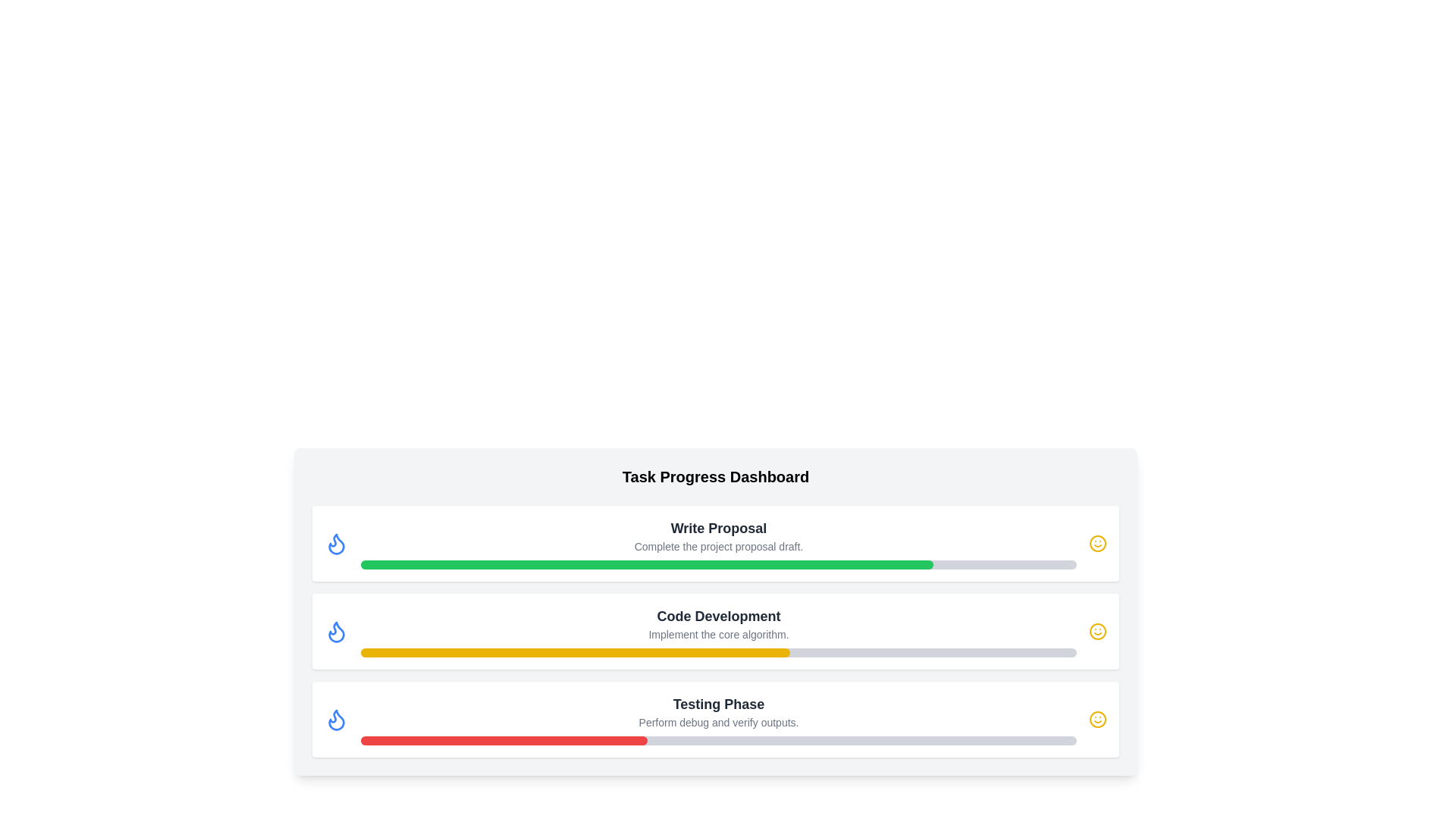 The width and height of the screenshot is (1456, 819). Describe the element at coordinates (718, 564) in the screenshot. I see `the horizontal progress bar located at the bottom of the 'Write Proposal' section, which has a light gray background and green fill indicating 80% progress` at that location.